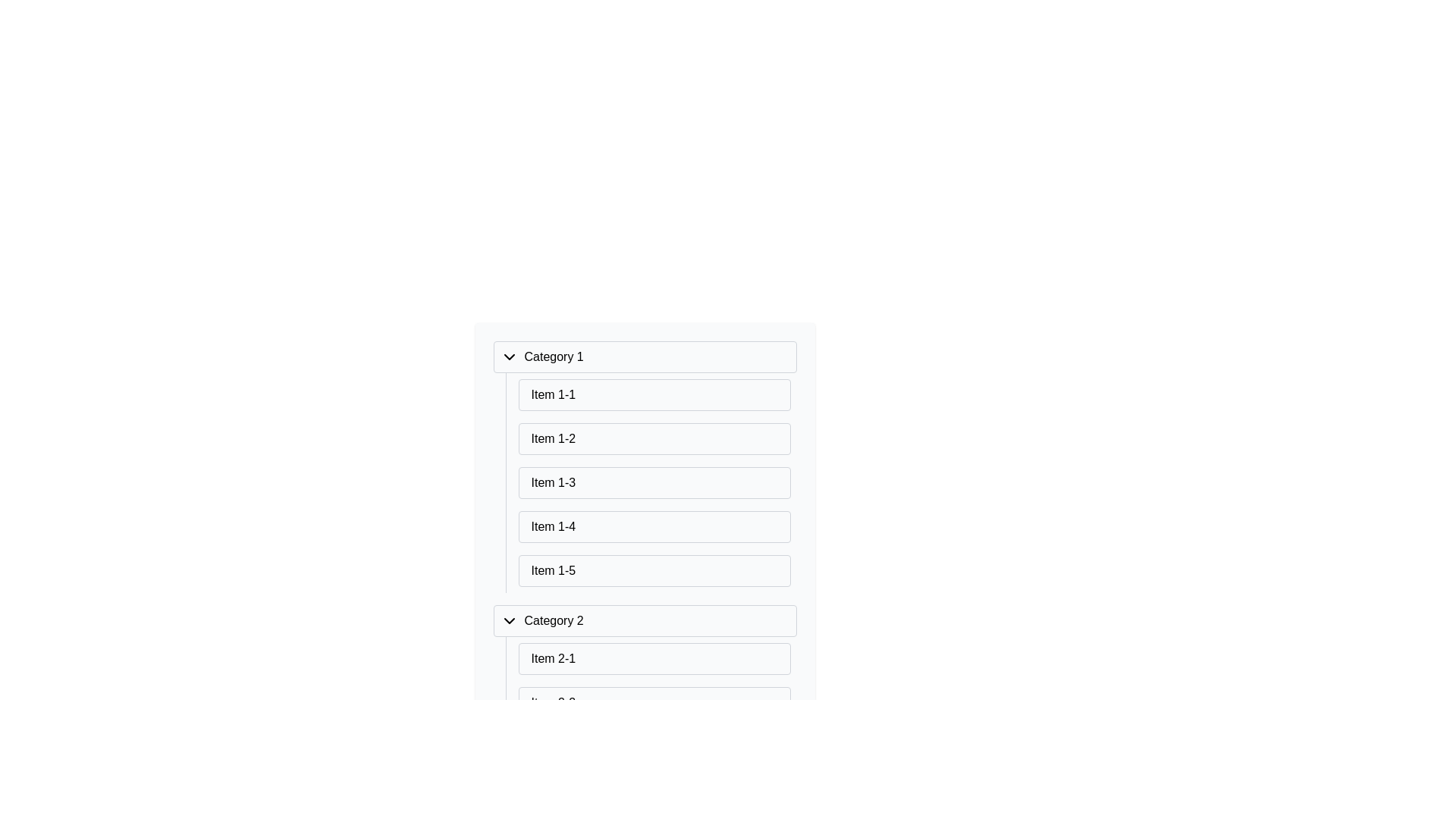  Describe the element at coordinates (654, 394) in the screenshot. I see `the first list item in the 'Category 1' section, which is displayed at the top of the list and has a white border separating it from the subsequent items` at that location.